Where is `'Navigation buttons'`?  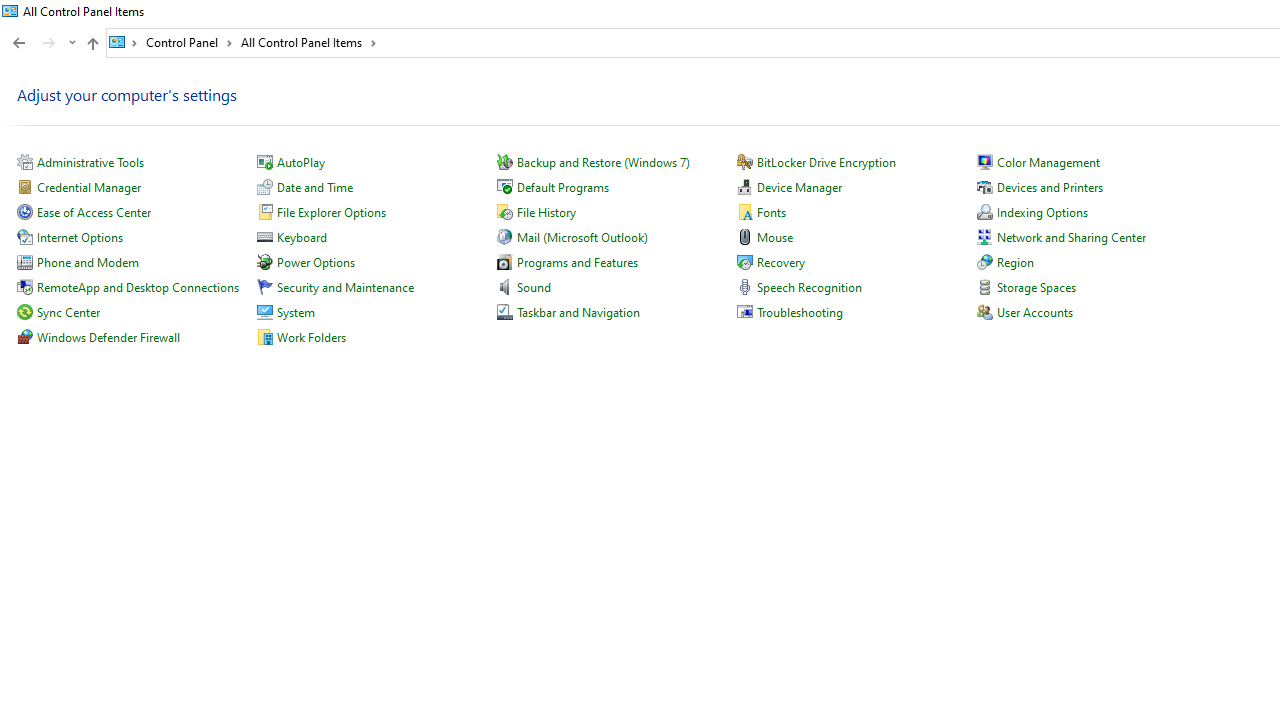 'Navigation buttons' is located at coordinates (42, 43).